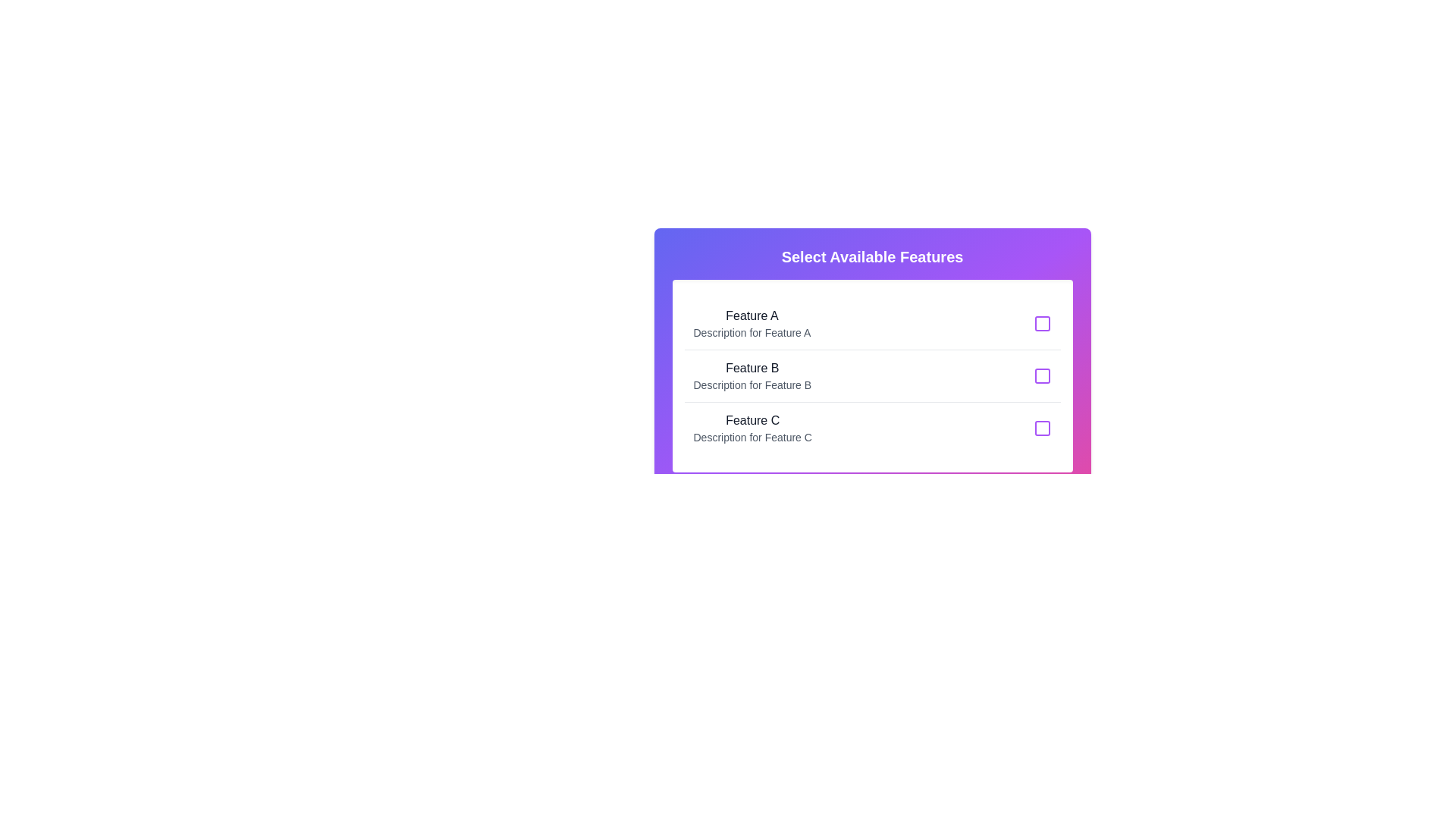 Image resolution: width=1456 pixels, height=819 pixels. What do you see at coordinates (1041, 428) in the screenshot?
I see `the third checkbox control, which has a faint purple interior color` at bounding box center [1041, 428].